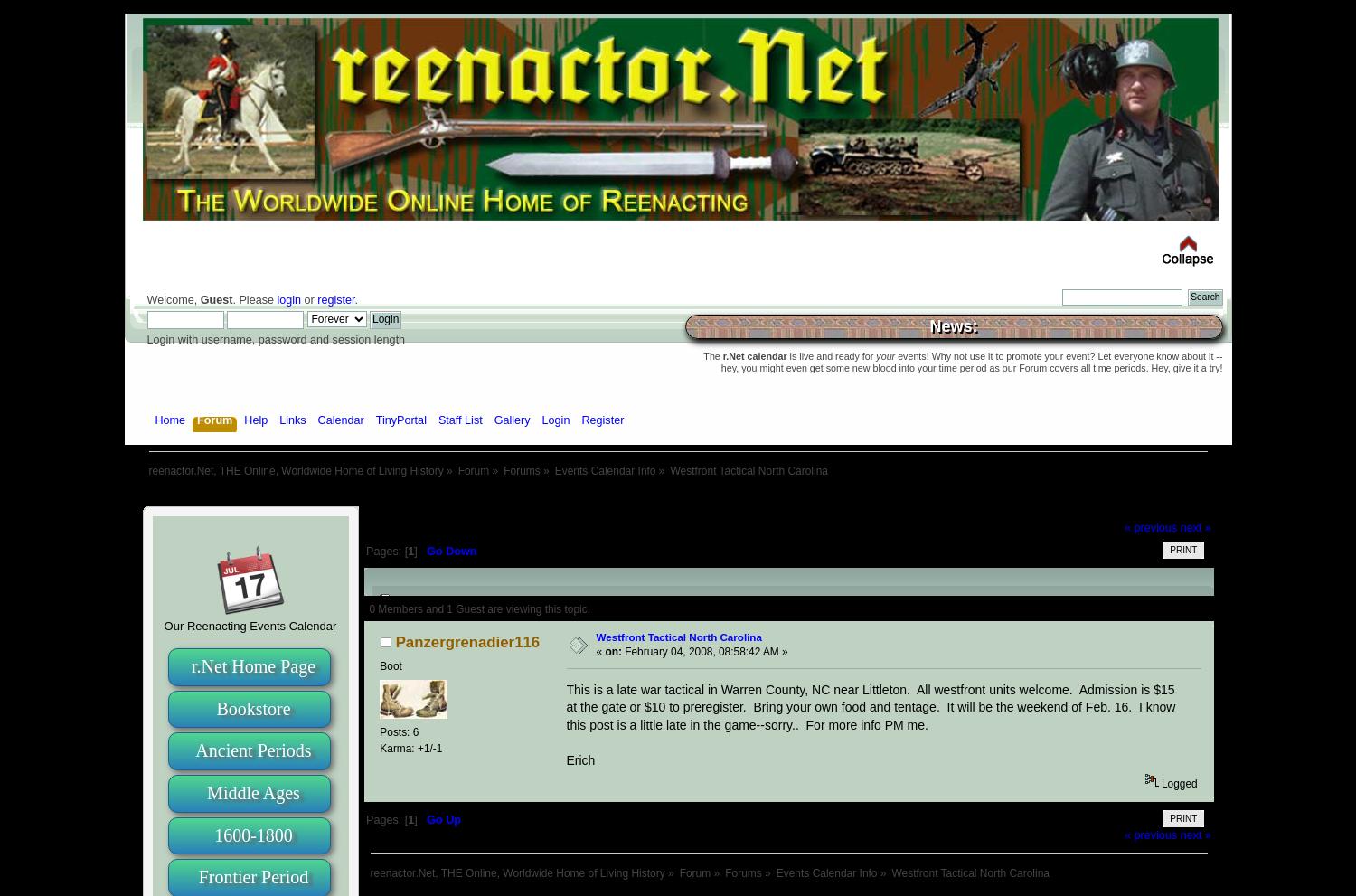  Describe the element at coordinates (442, 818) in the screenshot. I see `'Go Up'` at that location.